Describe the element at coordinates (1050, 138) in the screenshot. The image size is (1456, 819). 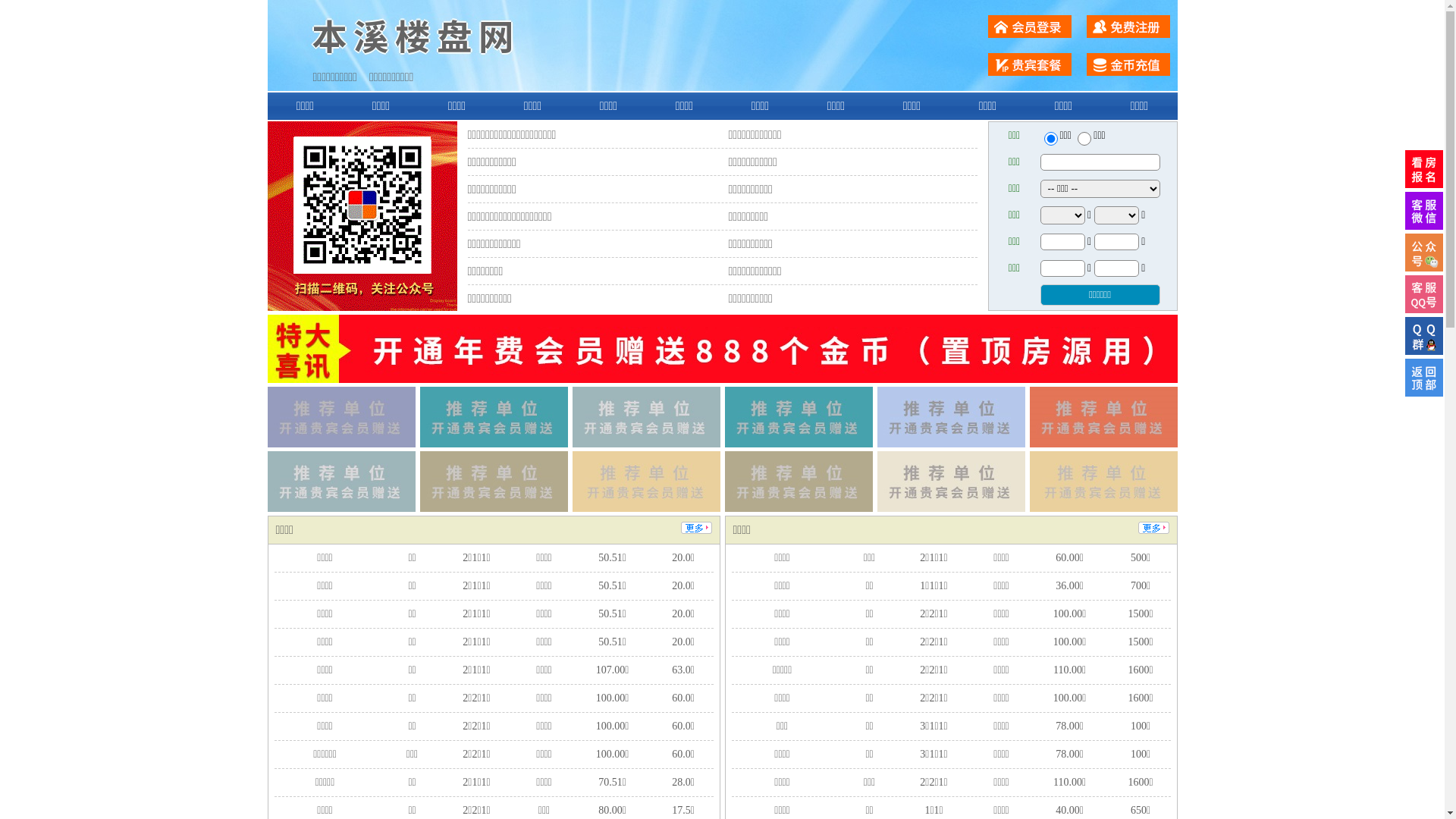
I see `'ershou'` at that location.